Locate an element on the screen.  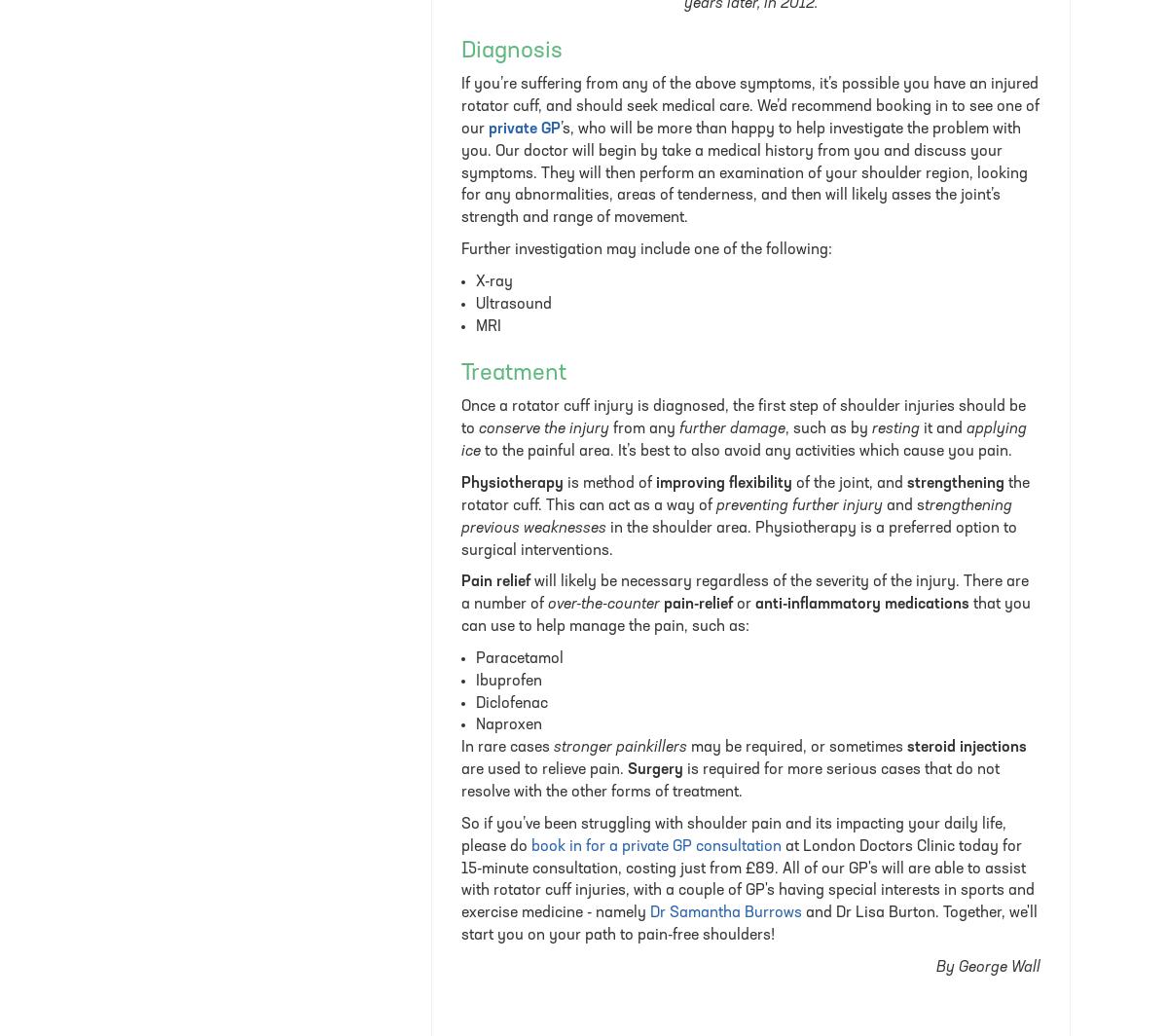
'book in for a private GP consultation' is located at coordinates (656, 845).